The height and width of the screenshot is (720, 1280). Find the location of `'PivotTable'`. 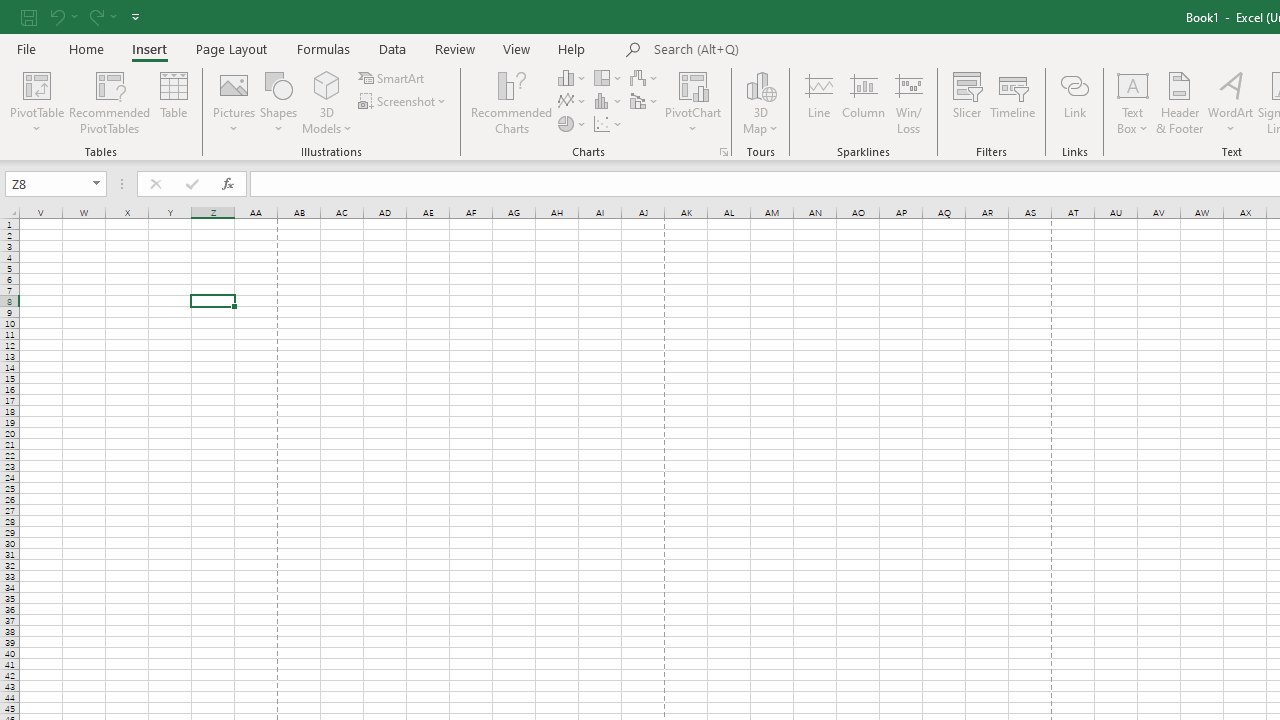

'PivotTable' is located at coordinates (37, 103).